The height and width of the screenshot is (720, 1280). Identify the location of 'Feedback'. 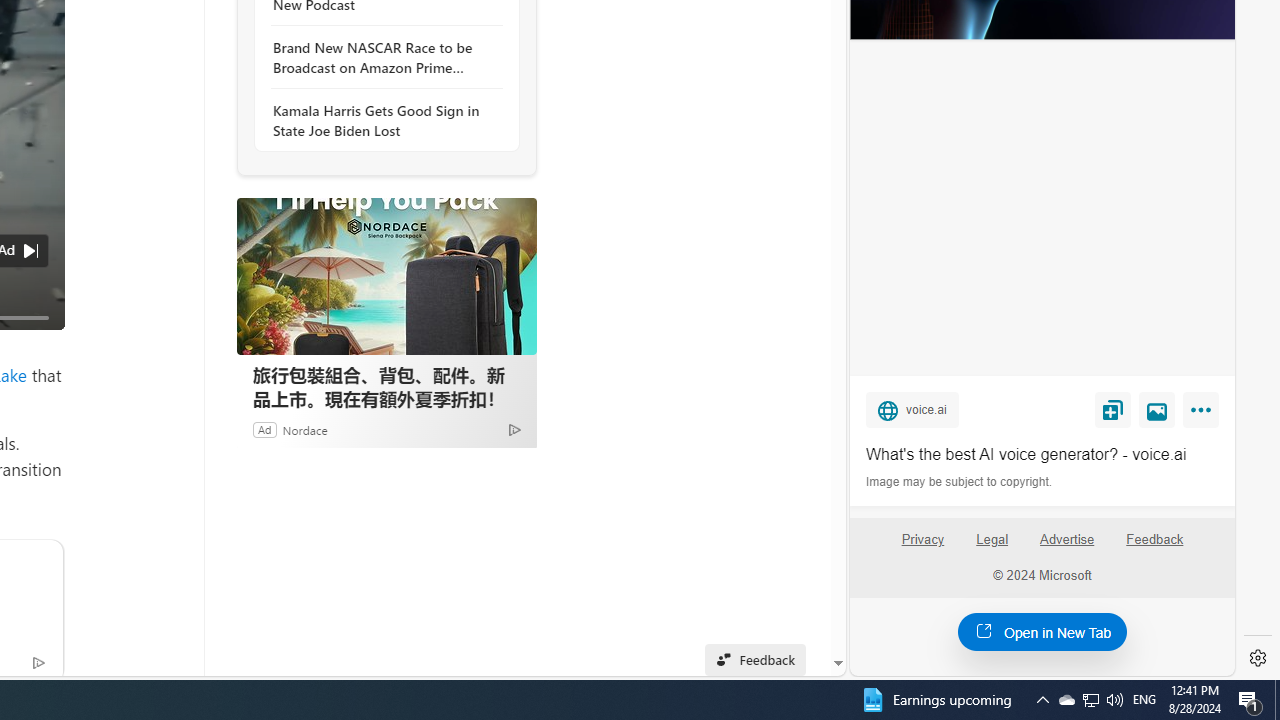
(1155, 538).